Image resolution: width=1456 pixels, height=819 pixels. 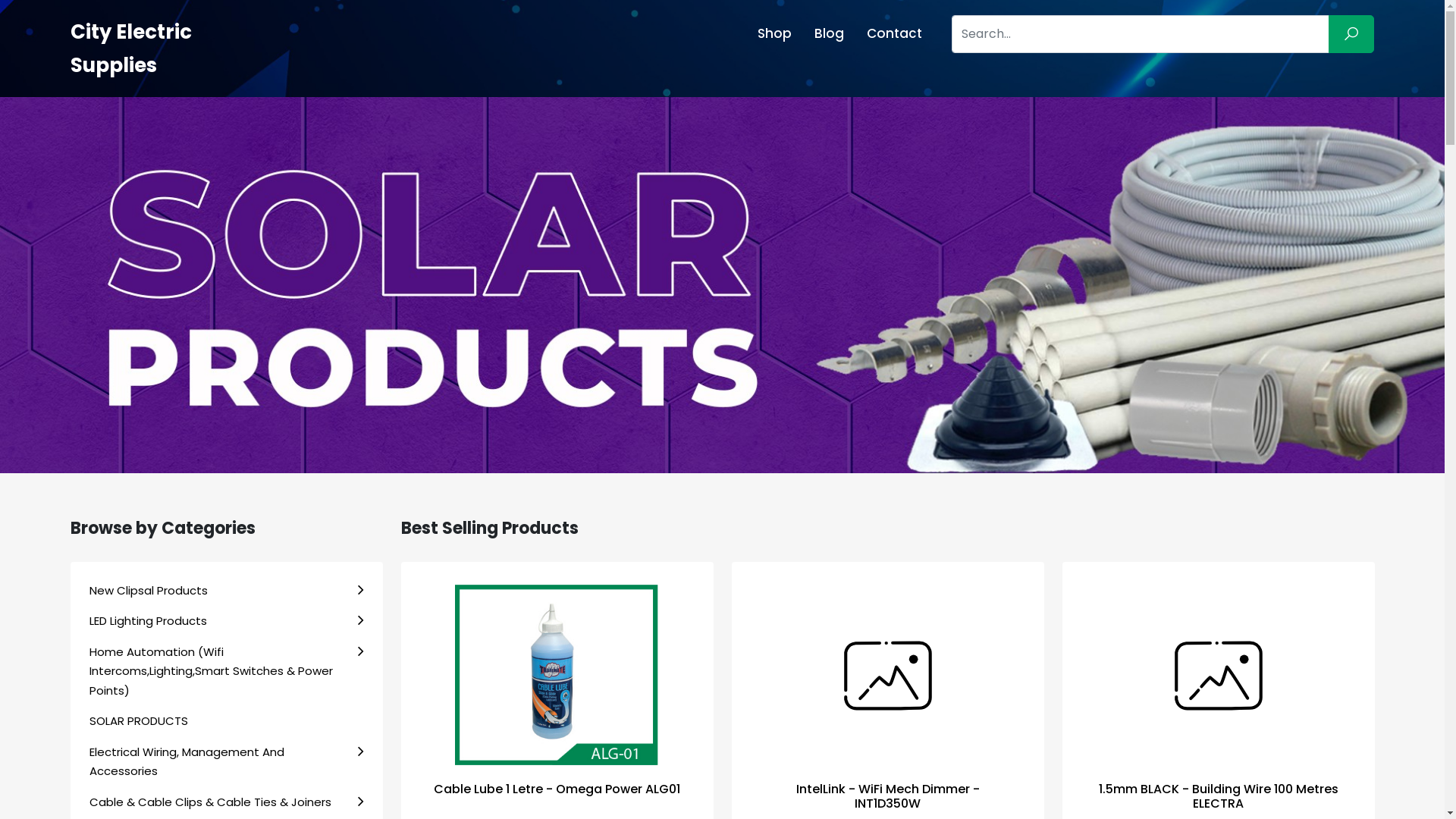 What do you see at coordinates (225, 620) in the screenshot?
I see `'LED Lighting Products'` at bounding box center [225, 620].